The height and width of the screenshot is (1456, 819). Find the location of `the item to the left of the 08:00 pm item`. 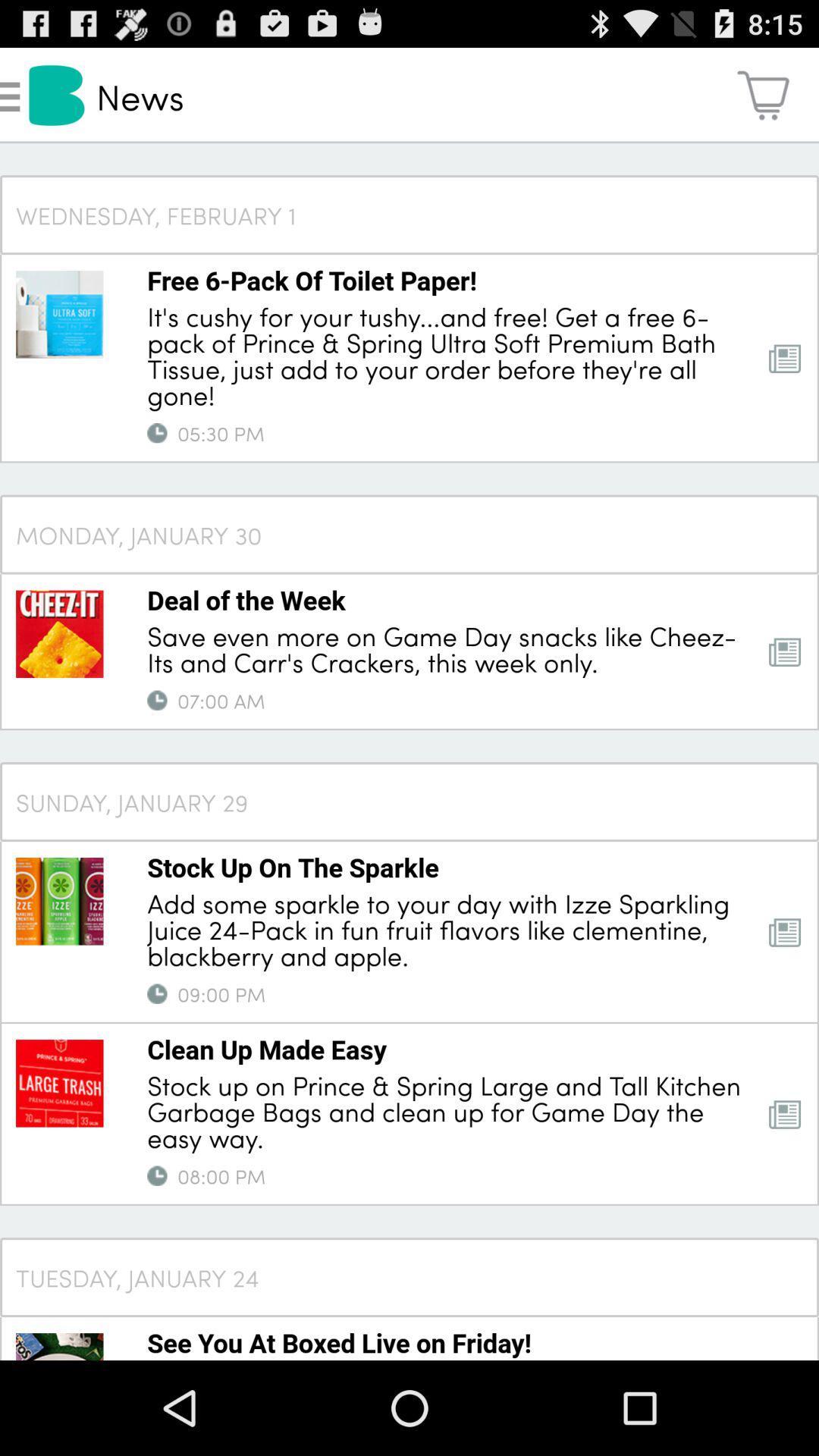

the item to the left of the 08:00 pm item is located at coordinates (157, 1175).